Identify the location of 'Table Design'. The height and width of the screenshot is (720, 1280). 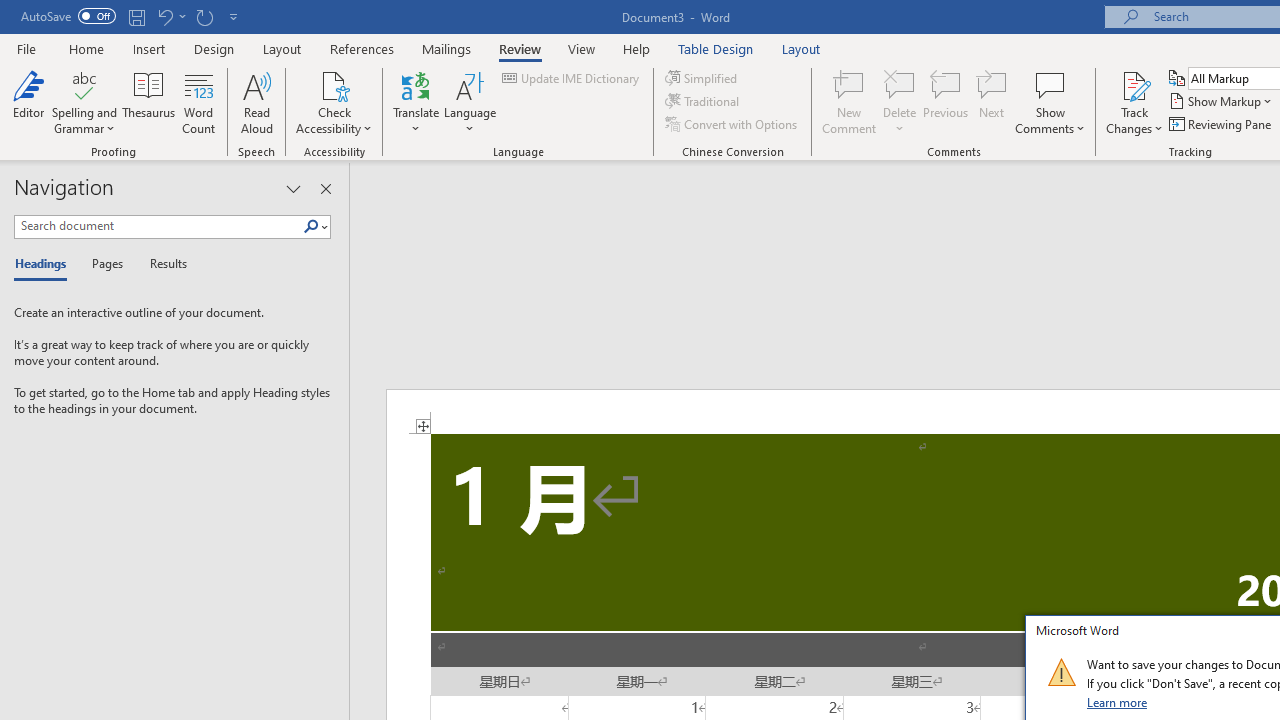
(716, 48).